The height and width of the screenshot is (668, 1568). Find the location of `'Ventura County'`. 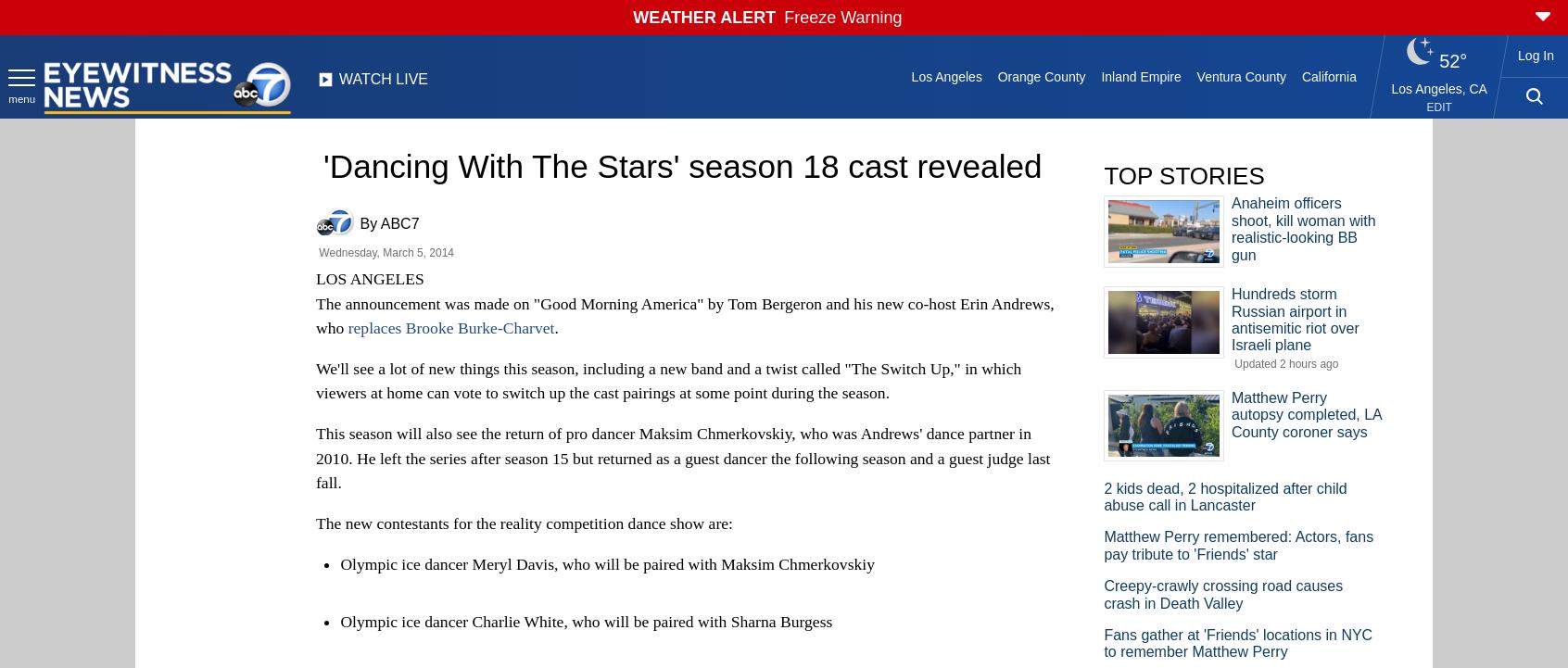

'Ventura County' is located at coordinates (1240, 75).